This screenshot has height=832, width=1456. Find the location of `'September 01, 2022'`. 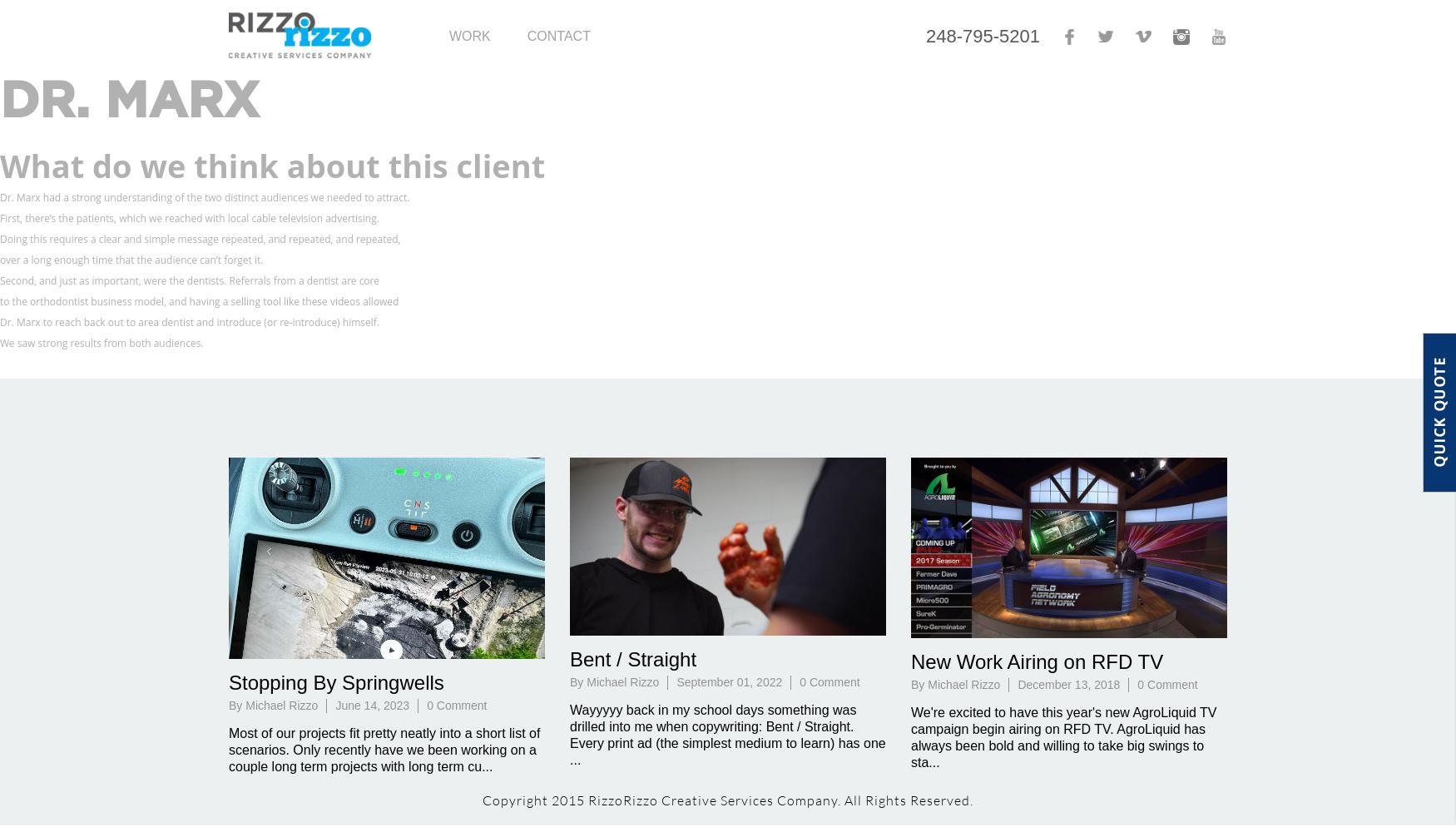

'September 01, 2022' is located at coordinates (676, 681).